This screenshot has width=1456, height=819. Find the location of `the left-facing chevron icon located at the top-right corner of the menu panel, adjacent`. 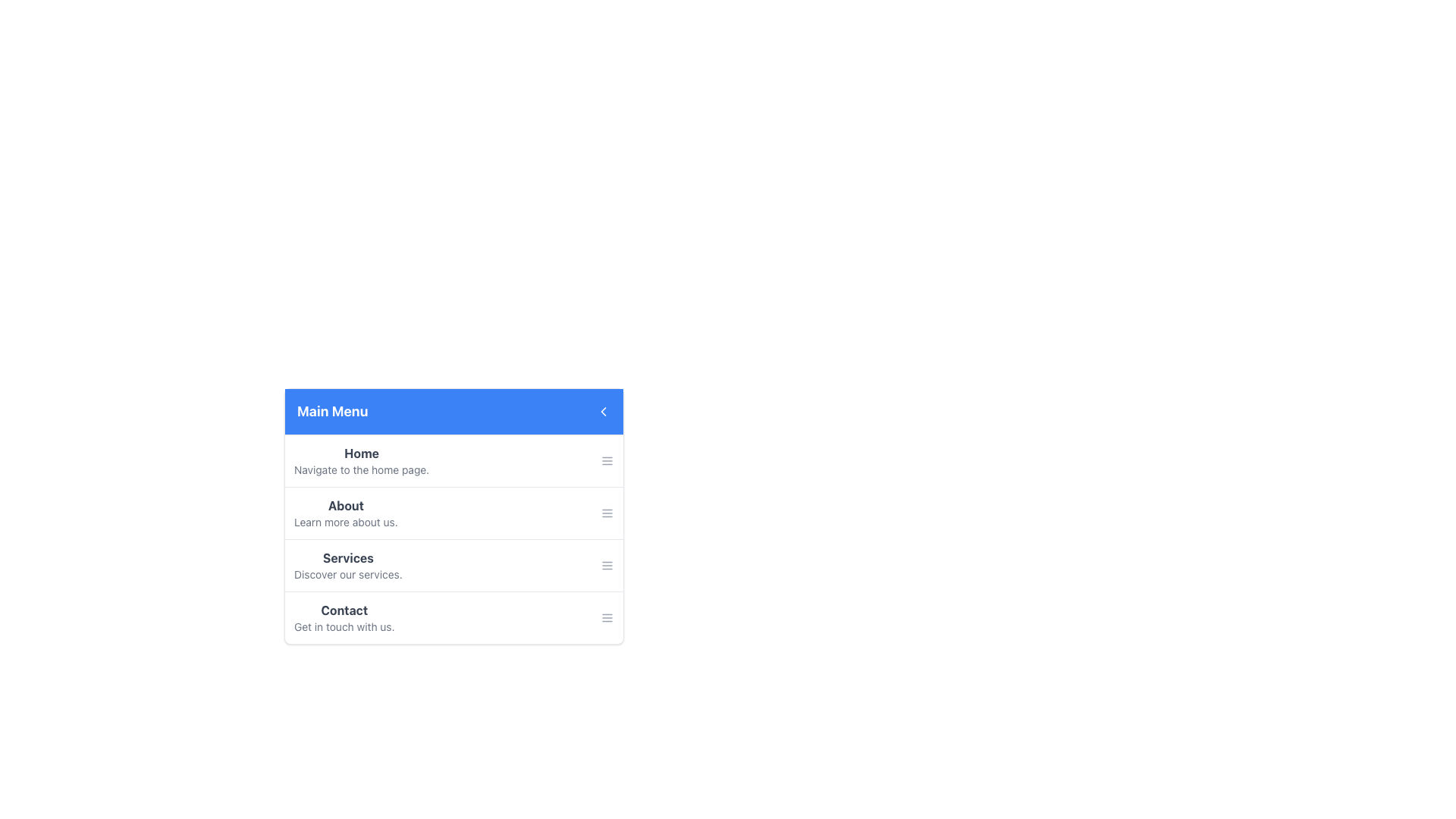

the left-facing chevron icon located at the top-right corner of the menu panel, adjacent is located at coordinates (603, 412).